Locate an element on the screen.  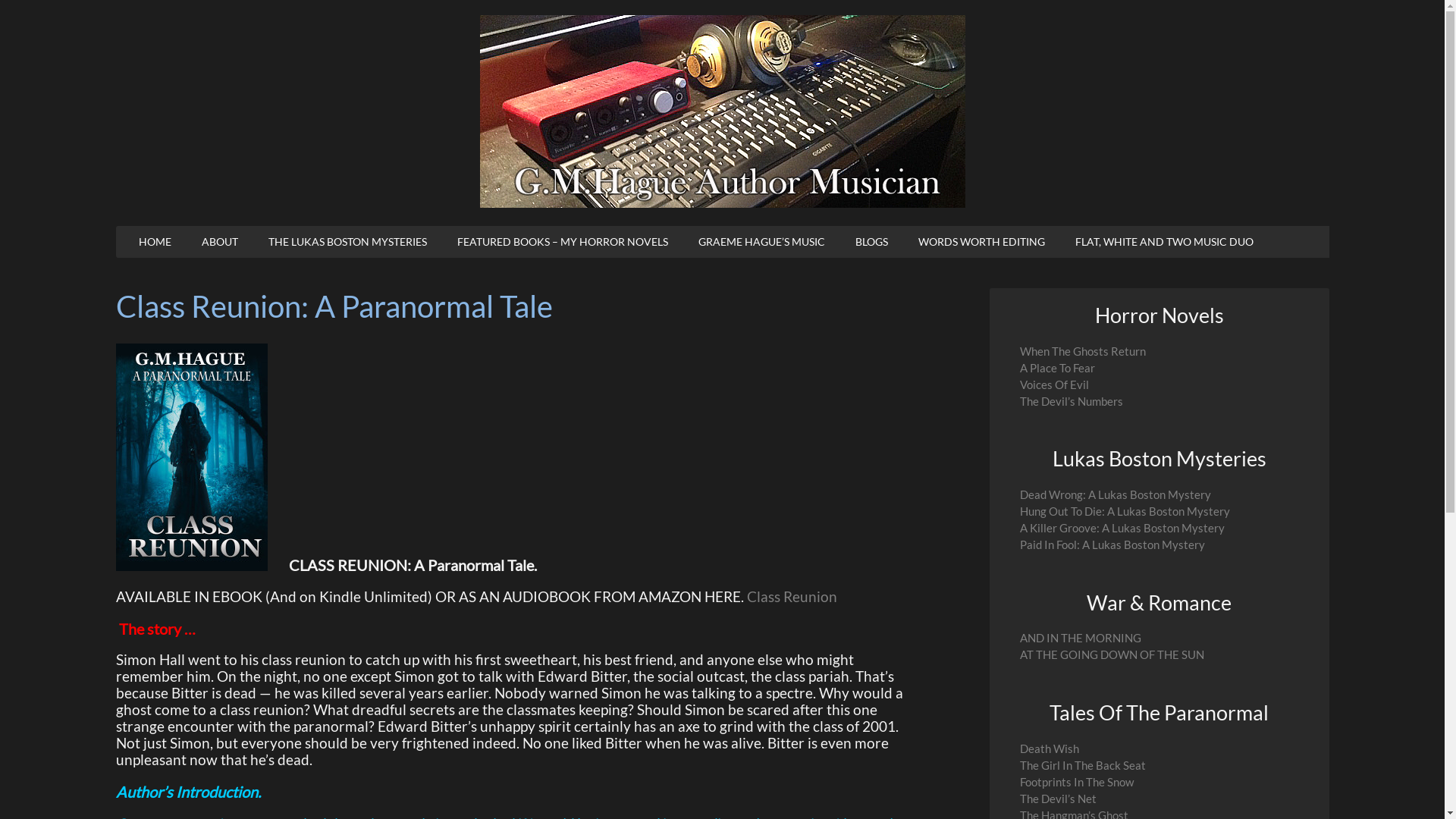
'AND IN THE MORNING' is located at coordinates (1079, 638).